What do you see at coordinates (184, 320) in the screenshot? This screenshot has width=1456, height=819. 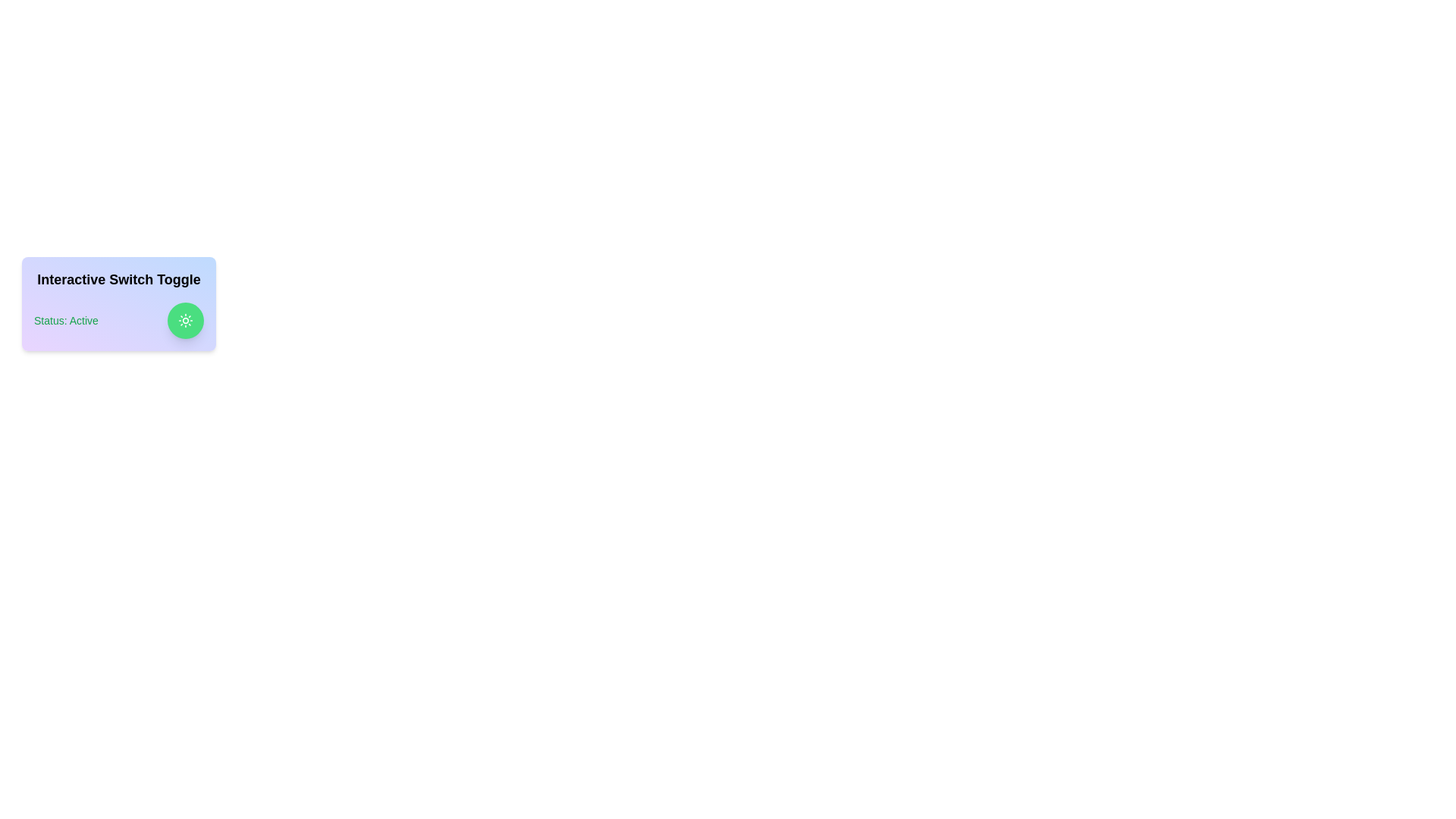 I see `the toggle button to change its status` at bounding box center [184, 320].